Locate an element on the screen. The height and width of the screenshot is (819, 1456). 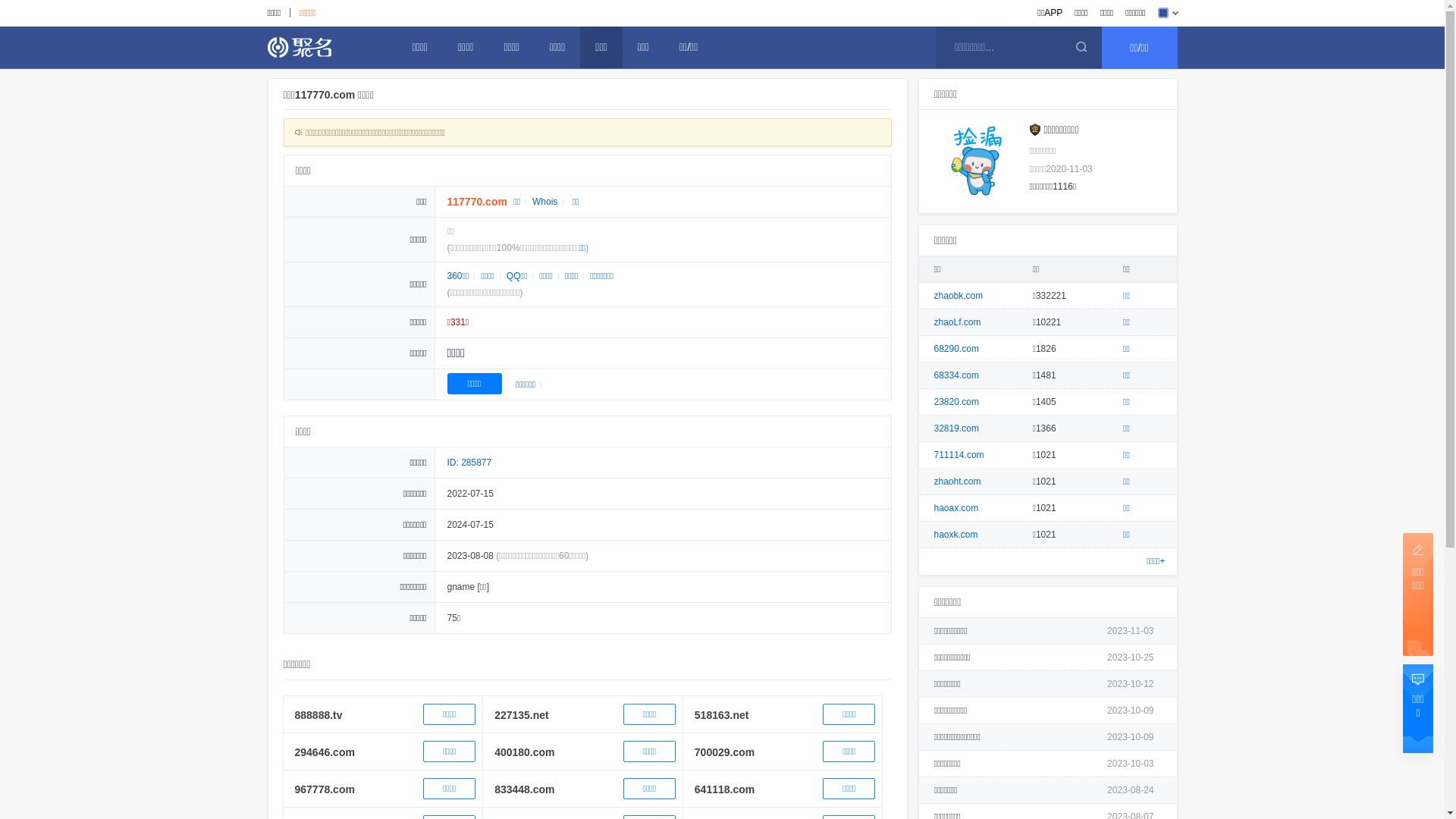
'32819.com' is located at coordinates (955, 428).